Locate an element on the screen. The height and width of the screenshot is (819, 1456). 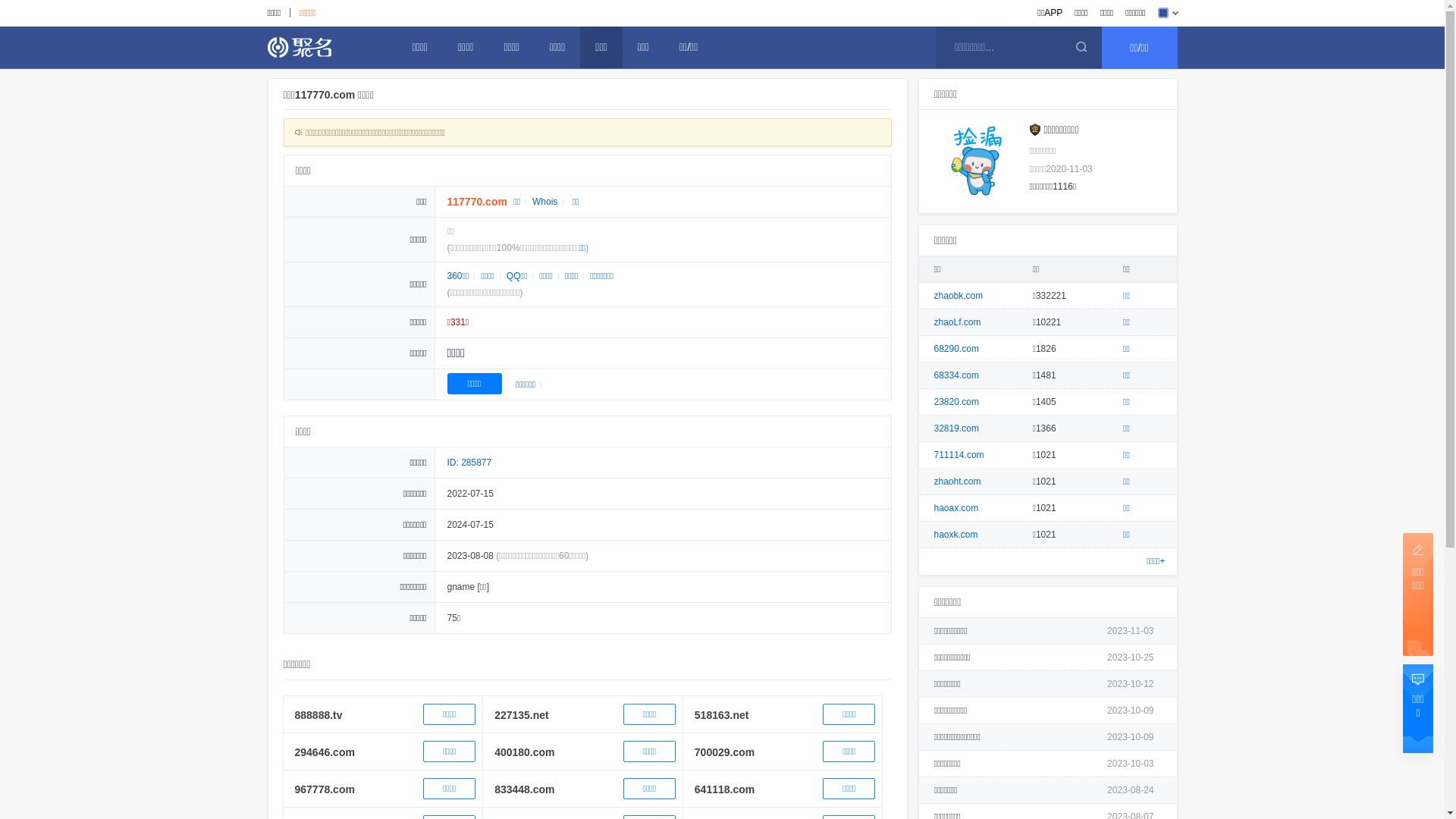
'32819.com' is located at coordinates (955, 428).